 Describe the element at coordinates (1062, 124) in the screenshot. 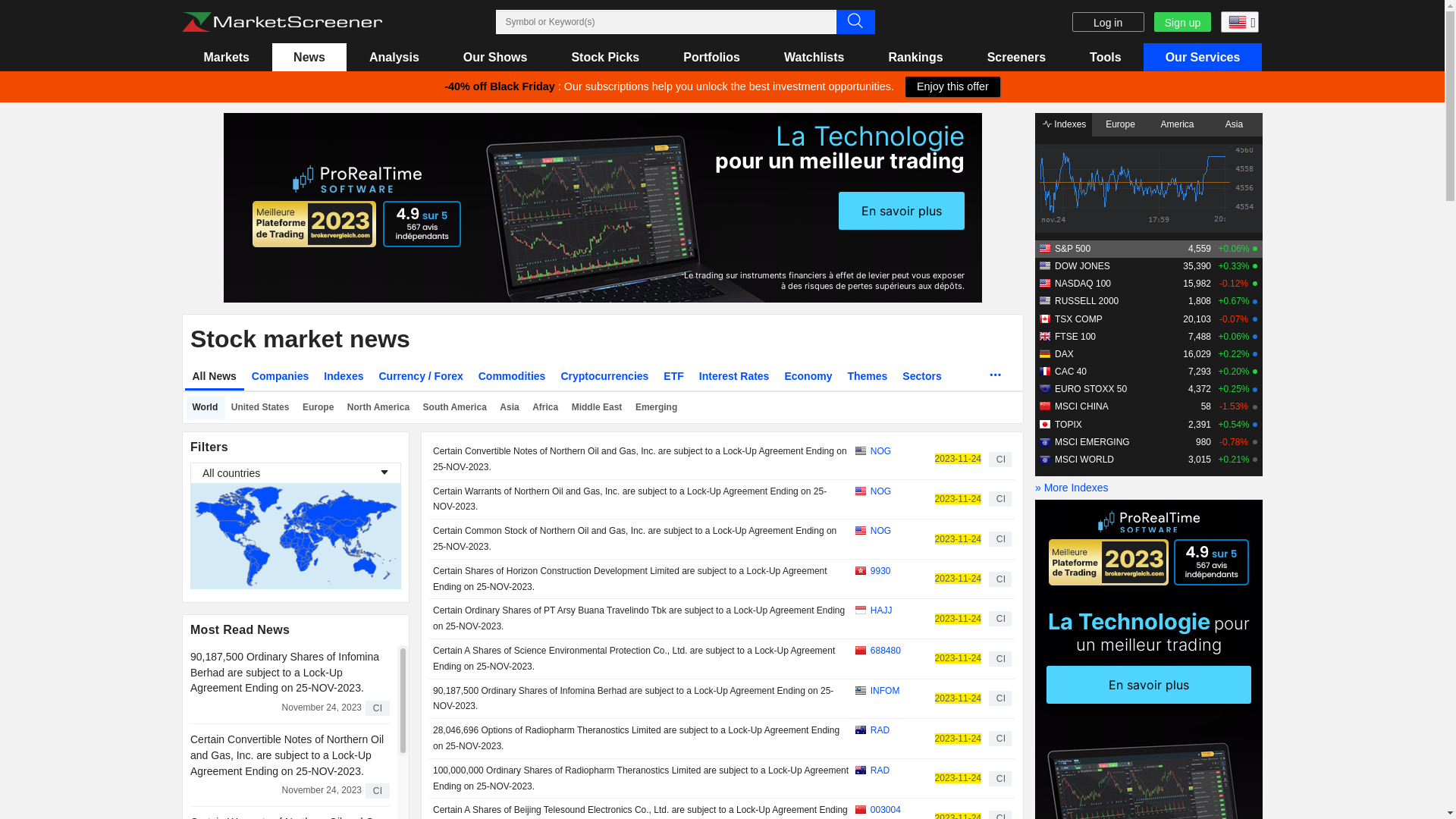

I see `'Indexes'` at that location.